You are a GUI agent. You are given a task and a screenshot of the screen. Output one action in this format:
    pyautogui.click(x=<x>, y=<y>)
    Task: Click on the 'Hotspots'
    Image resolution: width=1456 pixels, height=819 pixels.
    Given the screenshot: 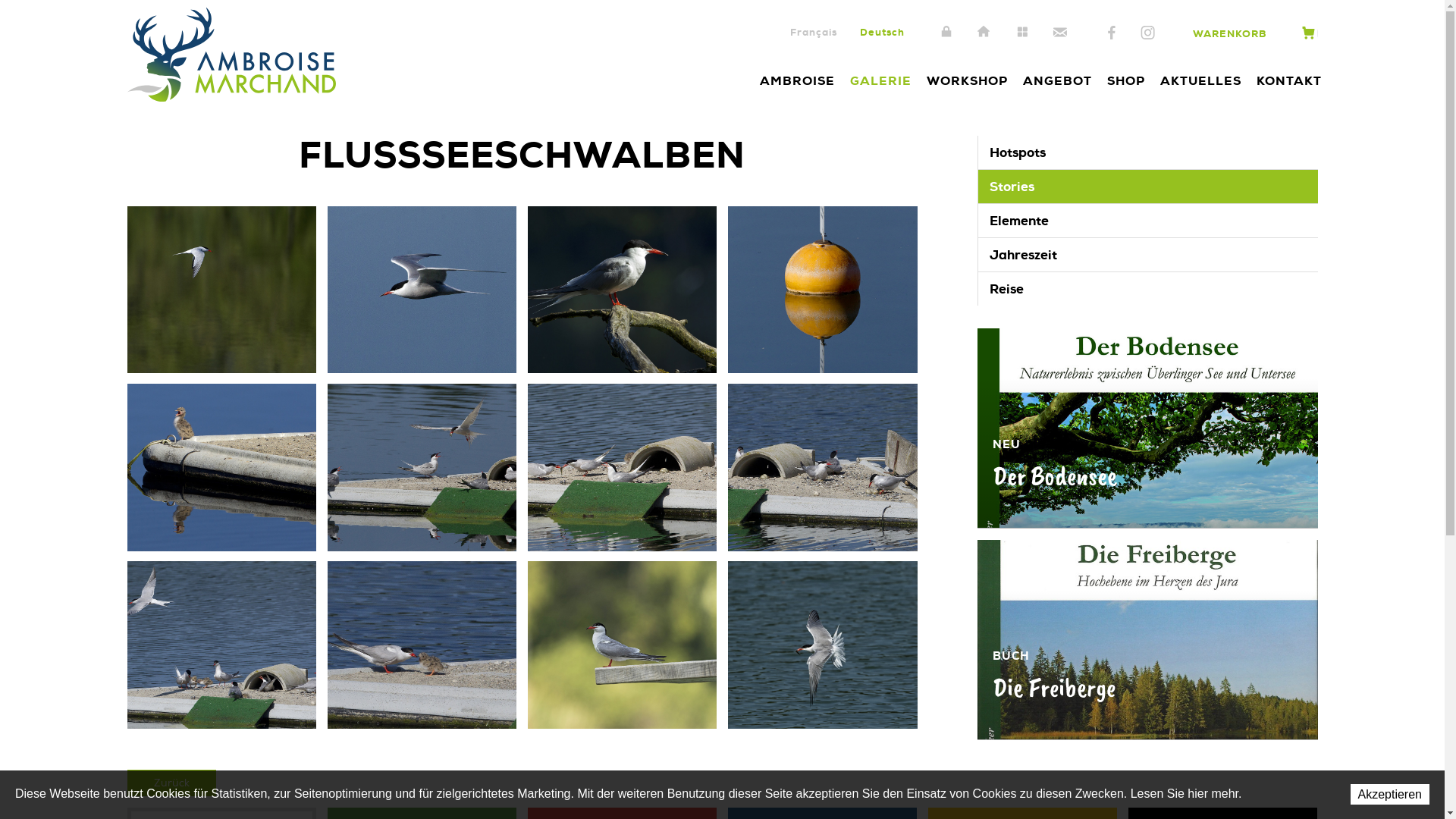 What is the action you would take?
    pyautogui.click(x=1147, y=152)
    